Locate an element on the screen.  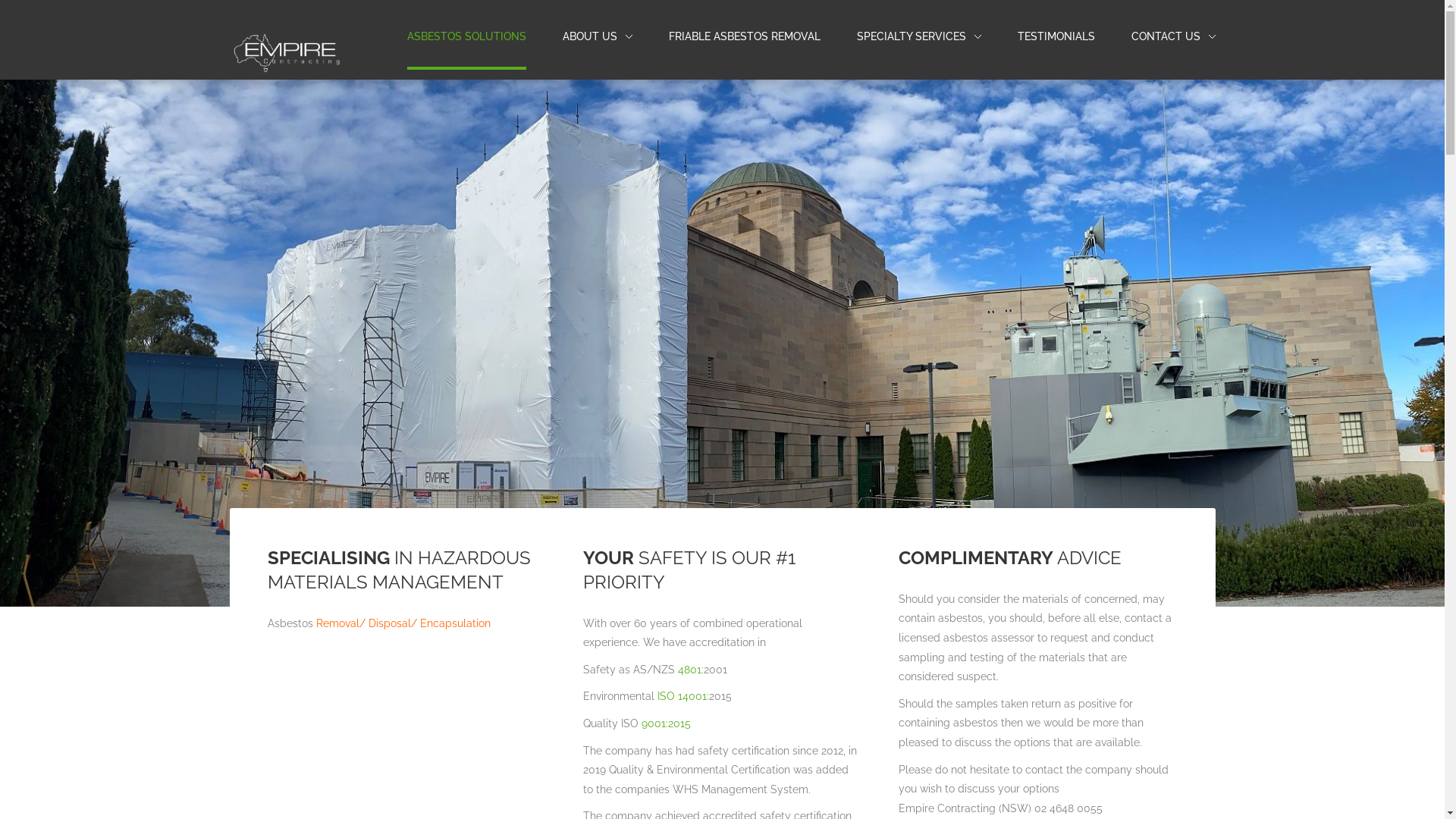
'ABOUT US' is located at coordinates (596, 36).